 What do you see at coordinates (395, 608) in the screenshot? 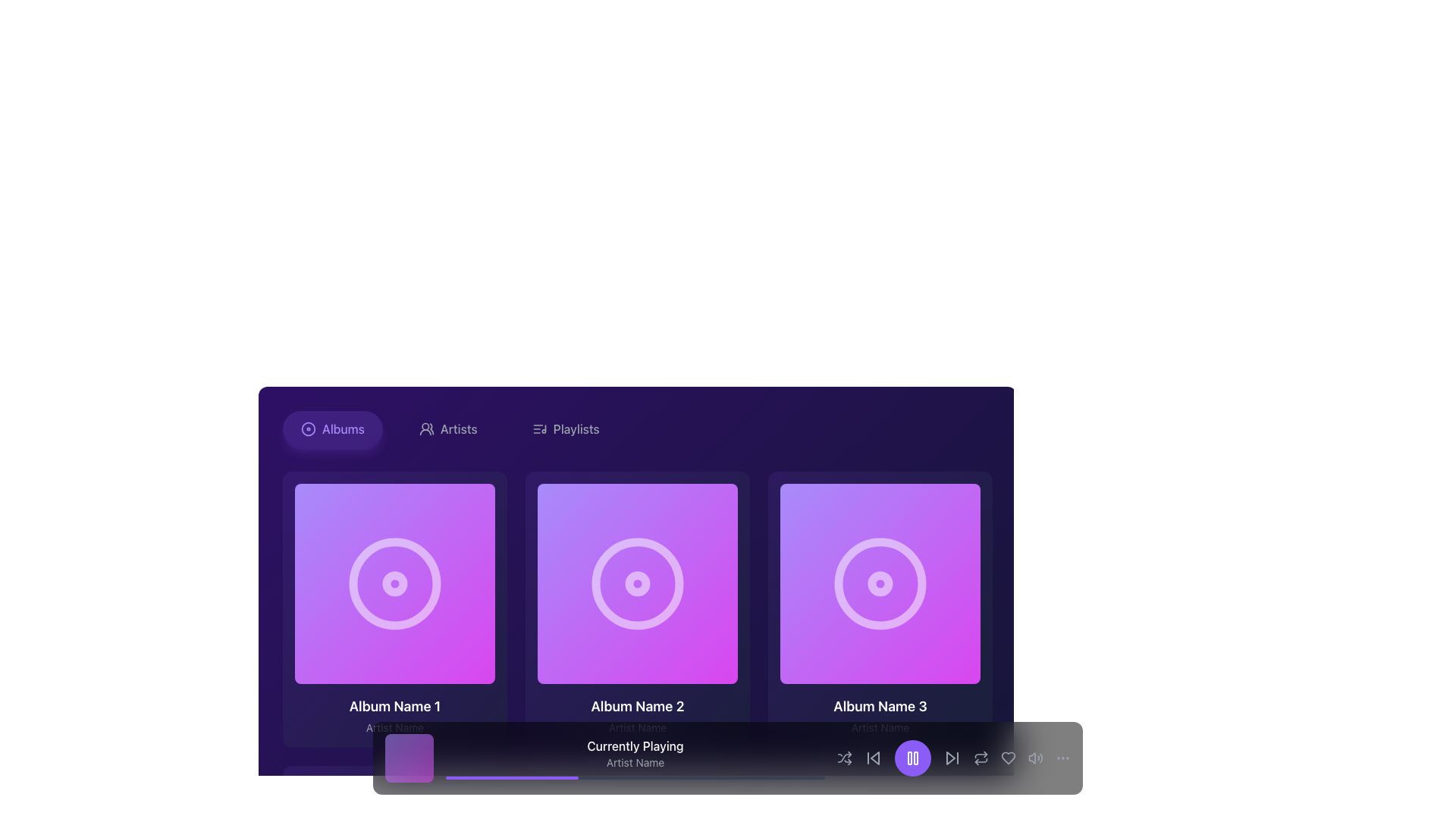
I see `the Album card element, which represents an album in a music directory` at bounding box center [395, 608].